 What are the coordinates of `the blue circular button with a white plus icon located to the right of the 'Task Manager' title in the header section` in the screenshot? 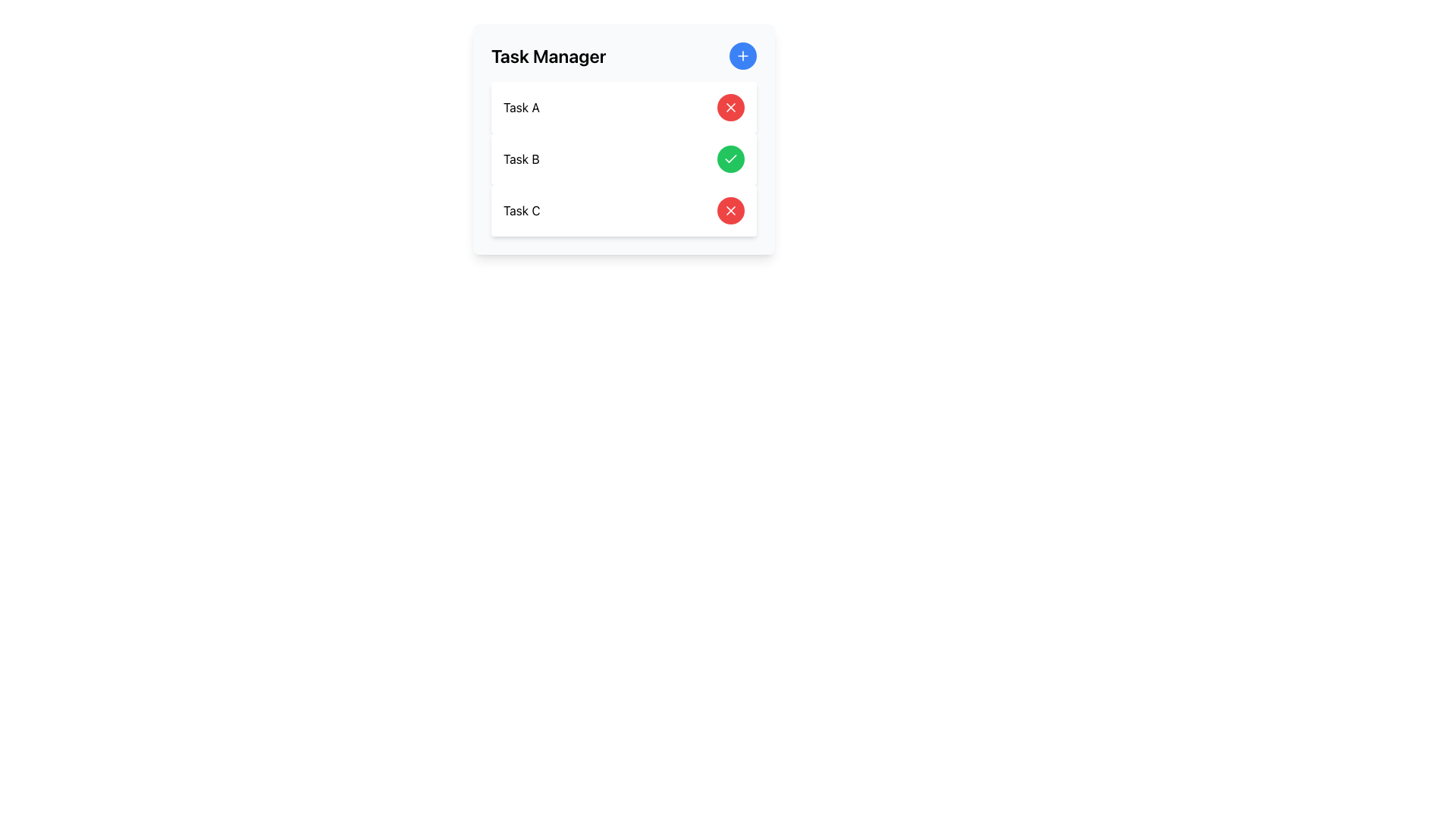 It's located at (742, 55).